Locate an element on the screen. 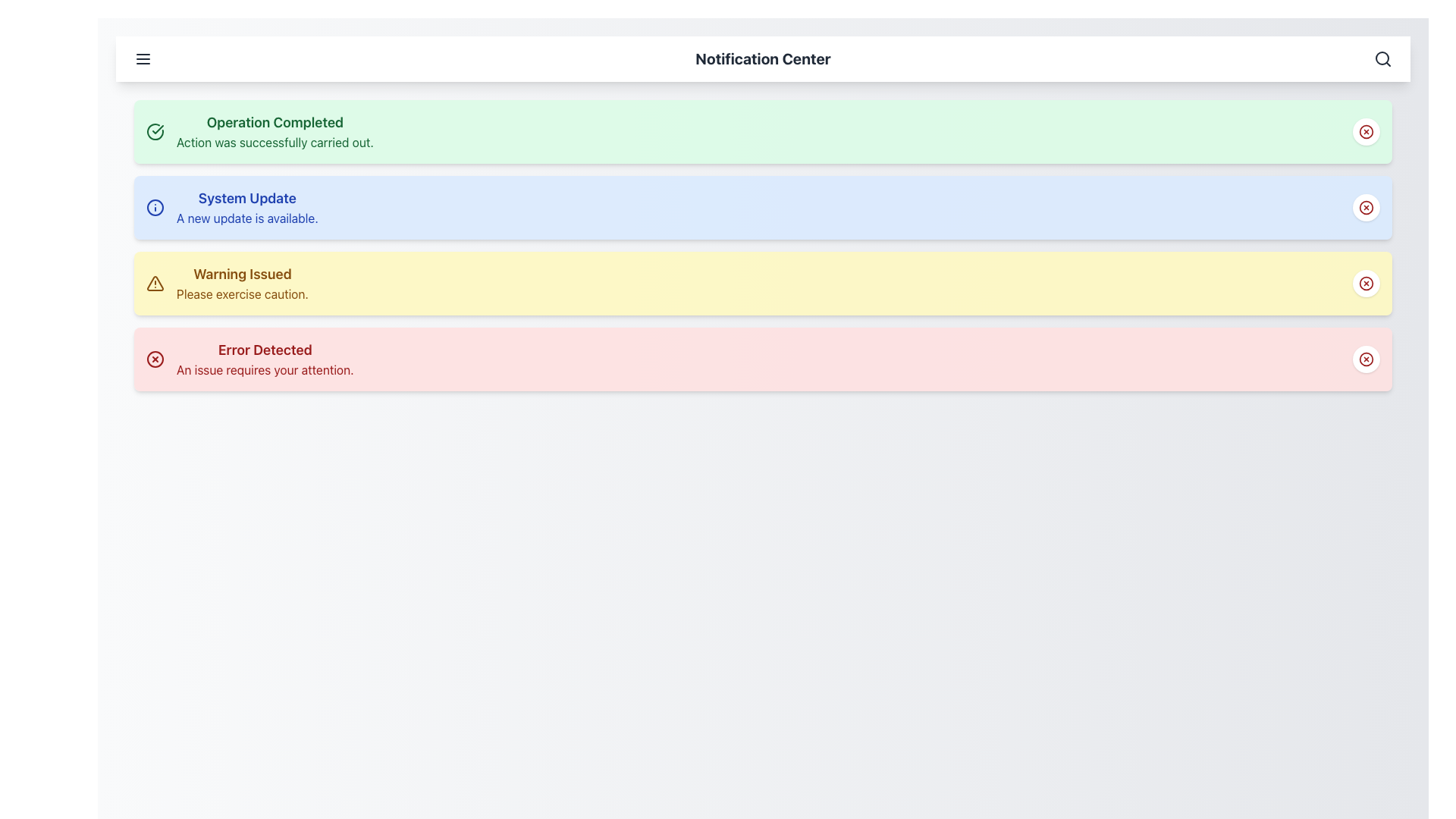 The height and width of the screenshot is (819, 1456). text content of the 'System Update' notification message, which is the second notification in a vertical list, providing information about a new update available is located at coordinates (247, 207).